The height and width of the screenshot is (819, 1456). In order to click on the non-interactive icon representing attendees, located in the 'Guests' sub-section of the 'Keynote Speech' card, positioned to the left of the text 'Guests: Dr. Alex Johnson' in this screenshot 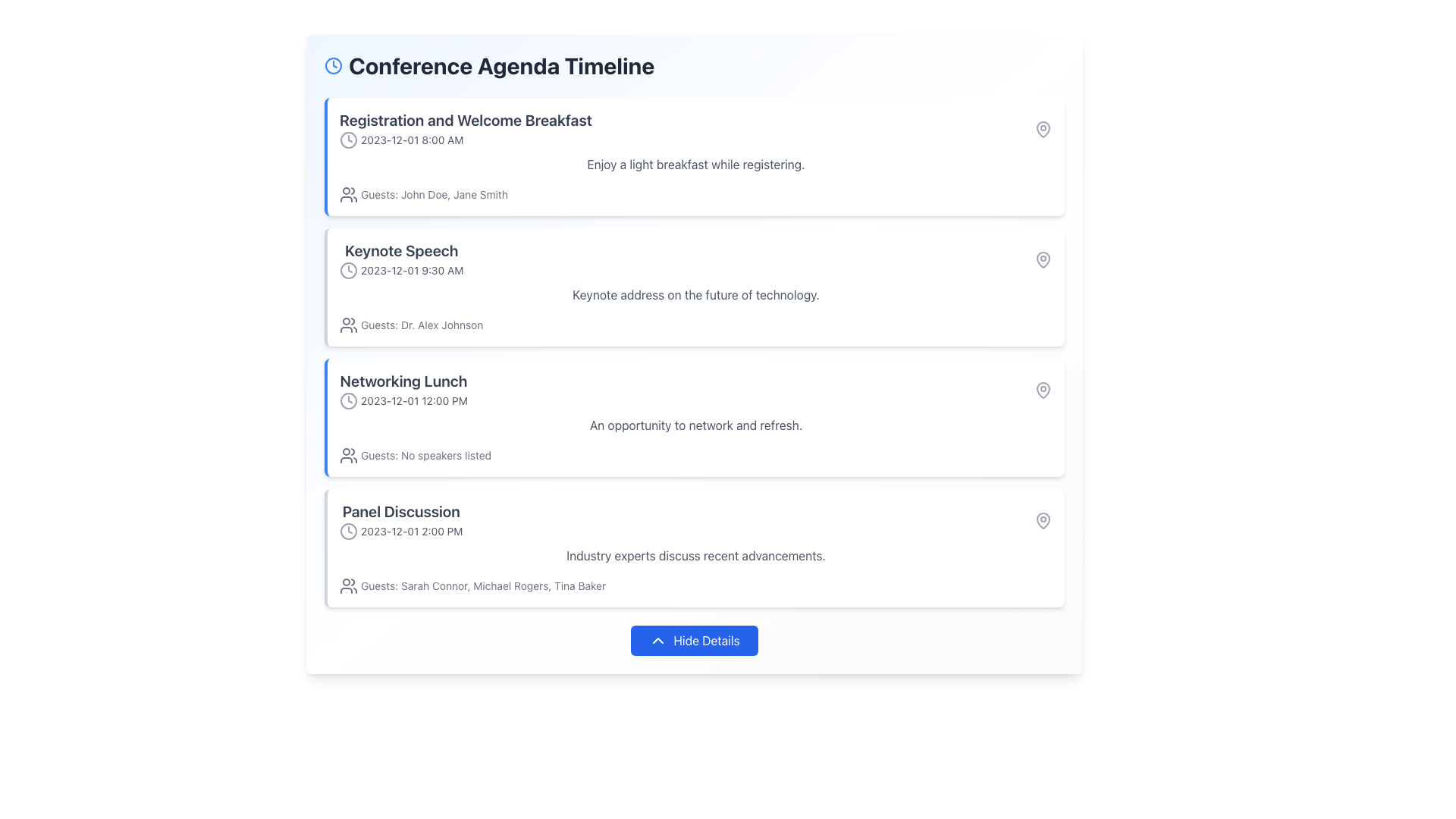, I will do `click(348, 324)`.